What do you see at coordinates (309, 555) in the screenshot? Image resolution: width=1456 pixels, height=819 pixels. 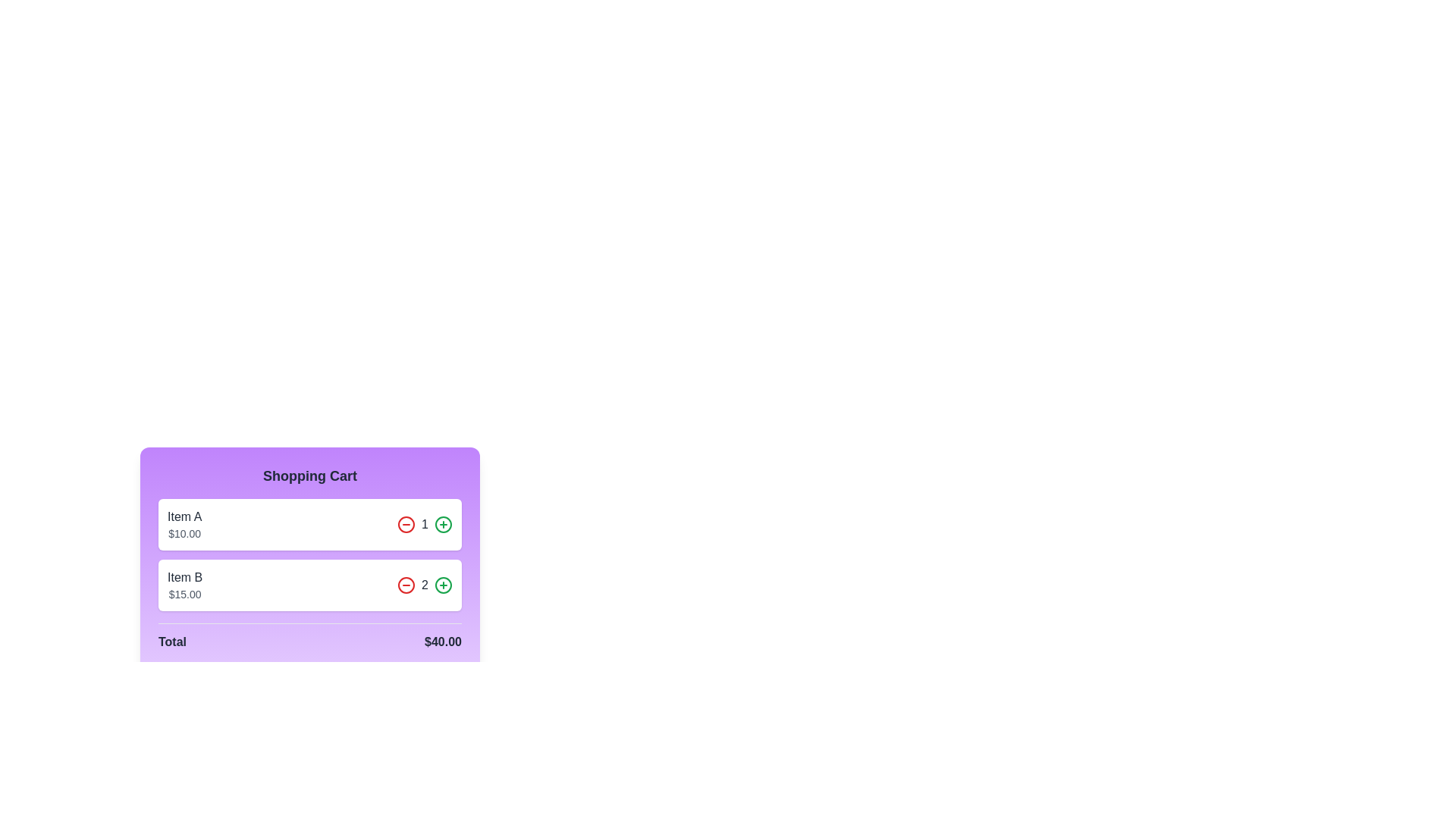 I see `the quantity controls of the shopping cart items, which include decrement and increment buttons for adjusting item quantities` at bounding box center [309, 555].